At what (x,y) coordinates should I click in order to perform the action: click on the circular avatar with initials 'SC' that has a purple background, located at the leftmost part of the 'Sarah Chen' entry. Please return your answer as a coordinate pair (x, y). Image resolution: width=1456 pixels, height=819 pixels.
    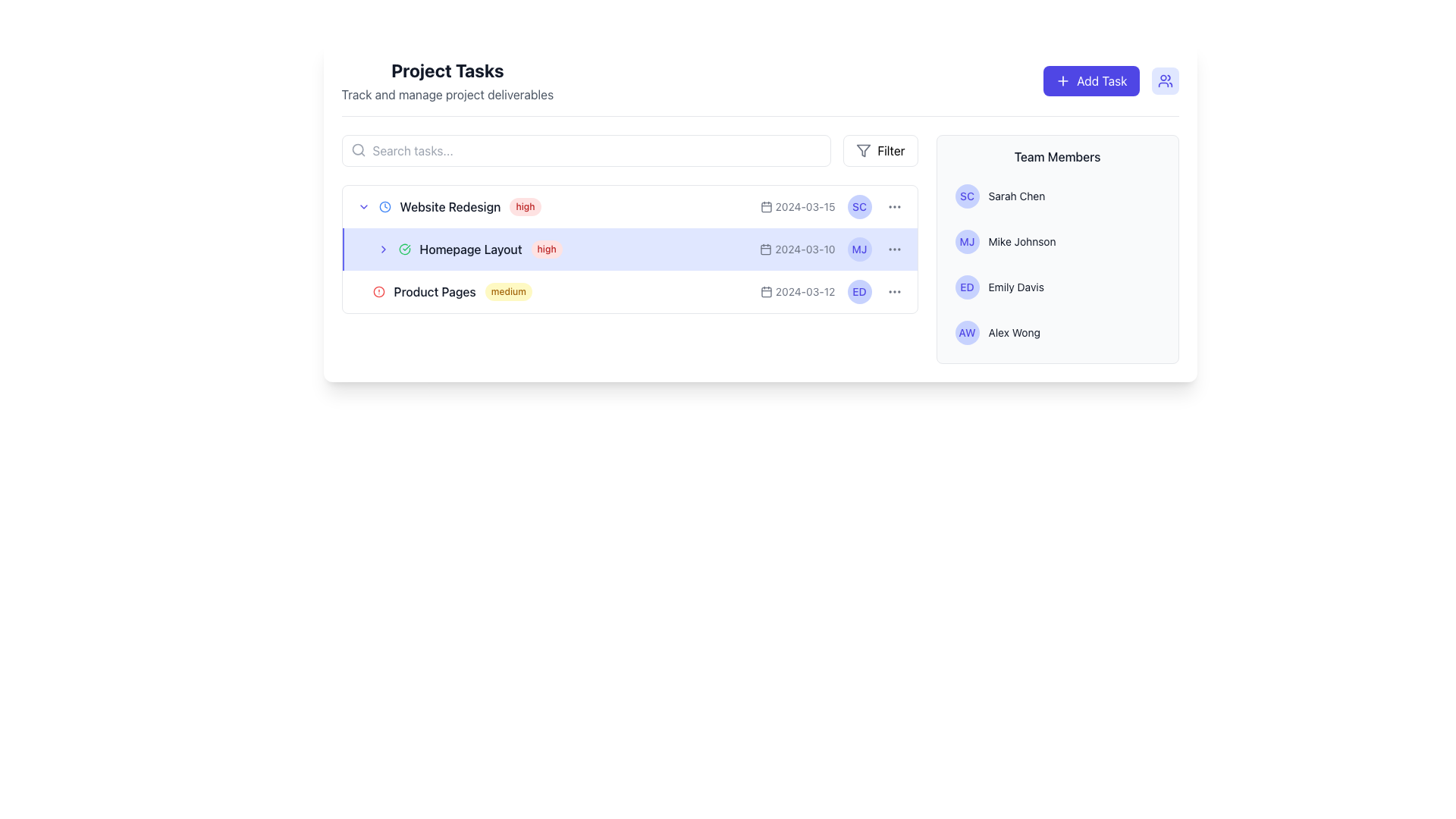
    Looking at the image, I should click on (966, 195).